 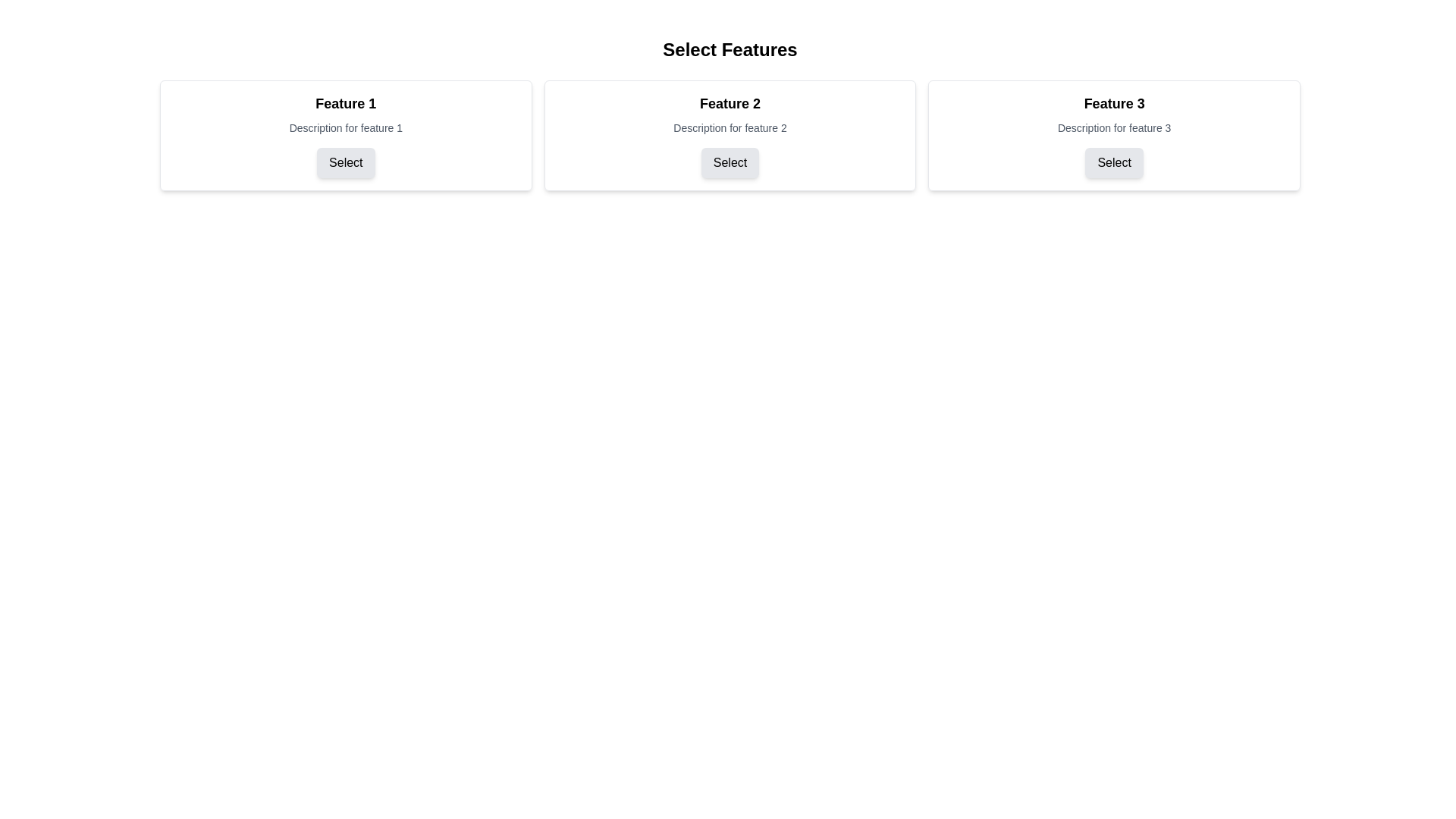 What do you see at coordinates (345, 127) in the screenshot?
I see `the static text element that provides additional information about 'Feature 1', located directly below the heading 'Feature 1' and above the button labeled 'Select'` at bounding box center [345, 127].